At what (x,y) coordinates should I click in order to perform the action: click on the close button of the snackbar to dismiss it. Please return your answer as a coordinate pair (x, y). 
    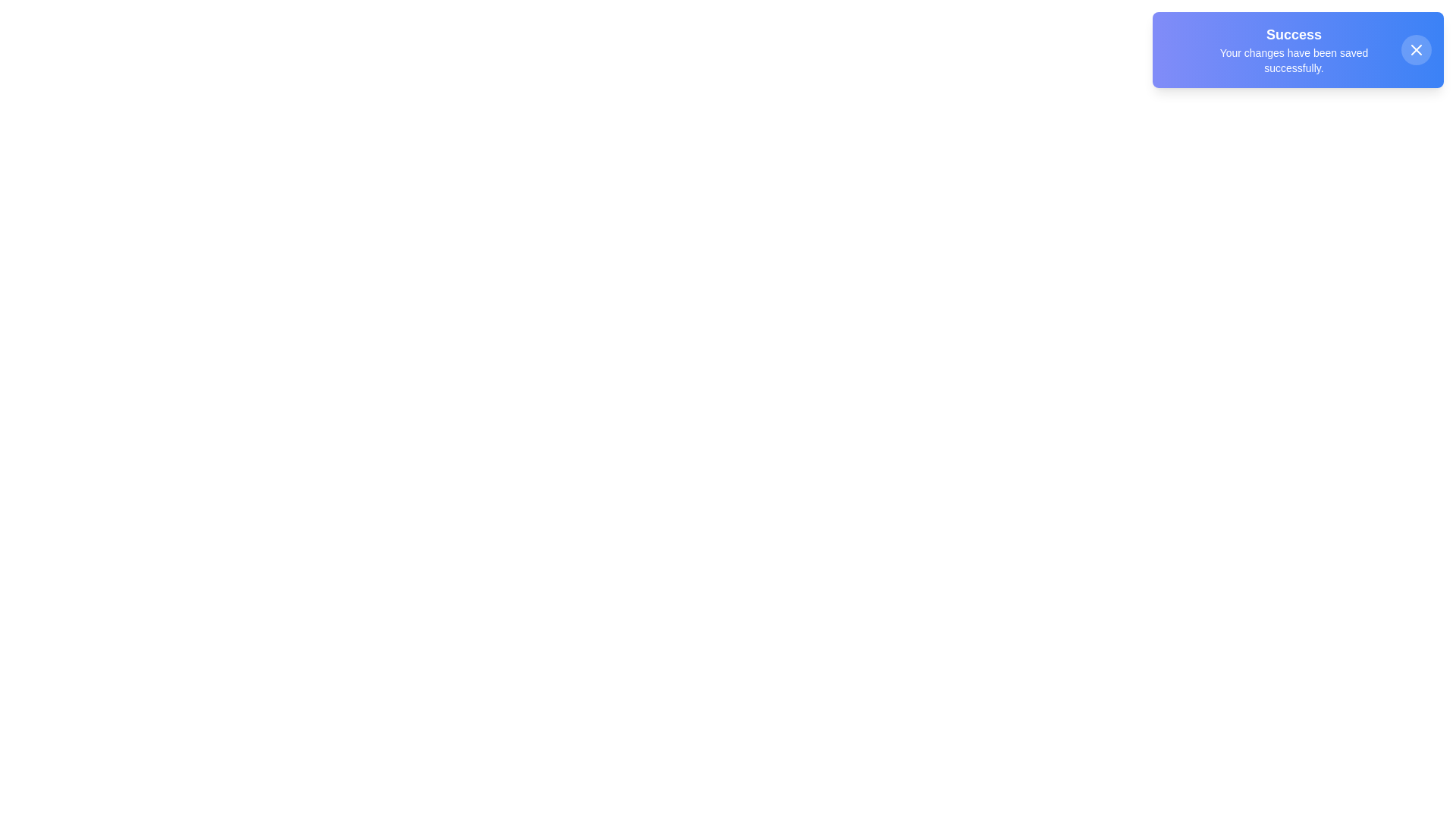
    Looking at the image, I should click on (1415, 49).